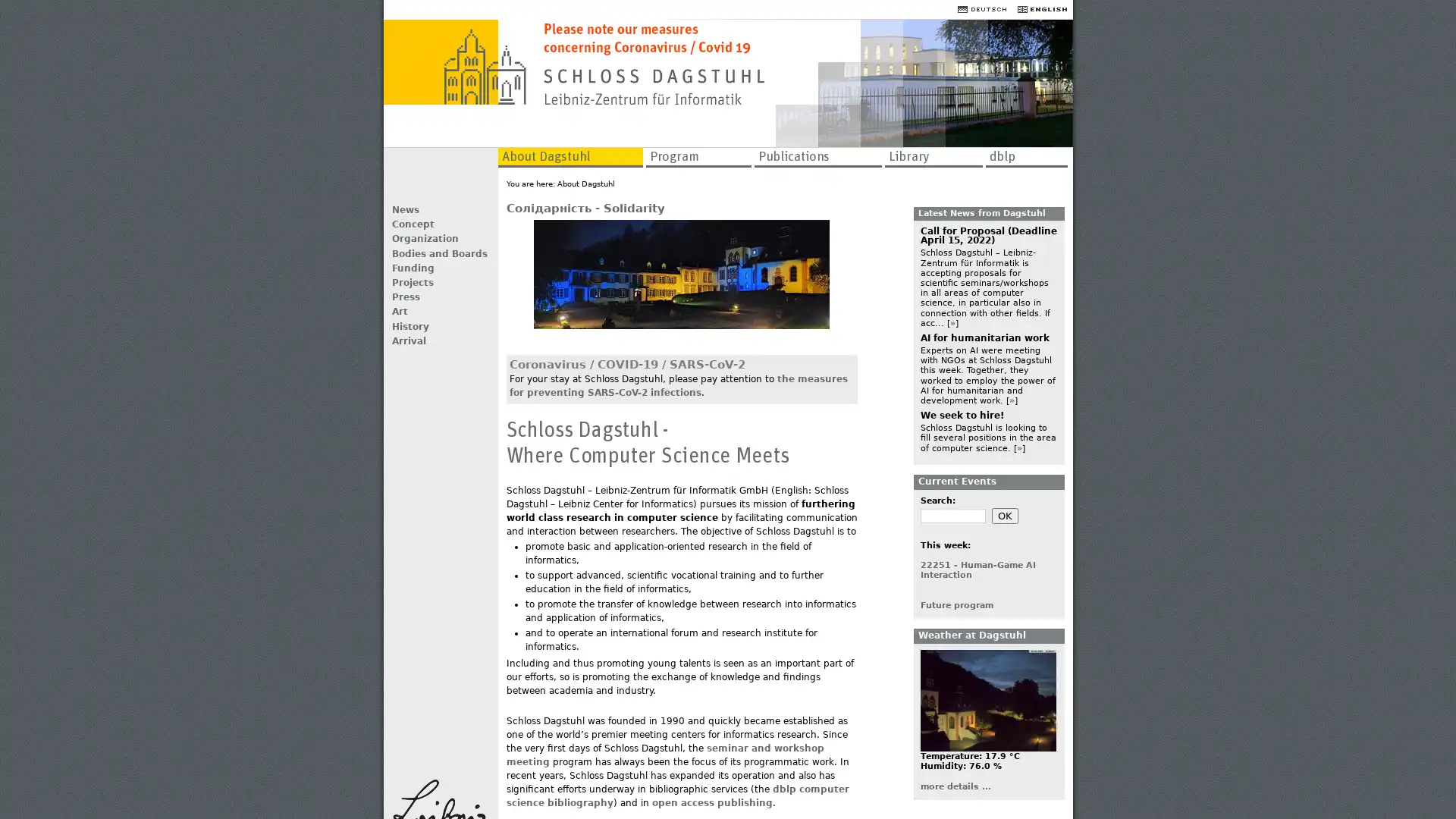 The width and height of the screenshot is (1456, 819). What do you see at coordinates (1004, 514) in the screenshot?
I see `OK` at bounding box center [1004, 514].